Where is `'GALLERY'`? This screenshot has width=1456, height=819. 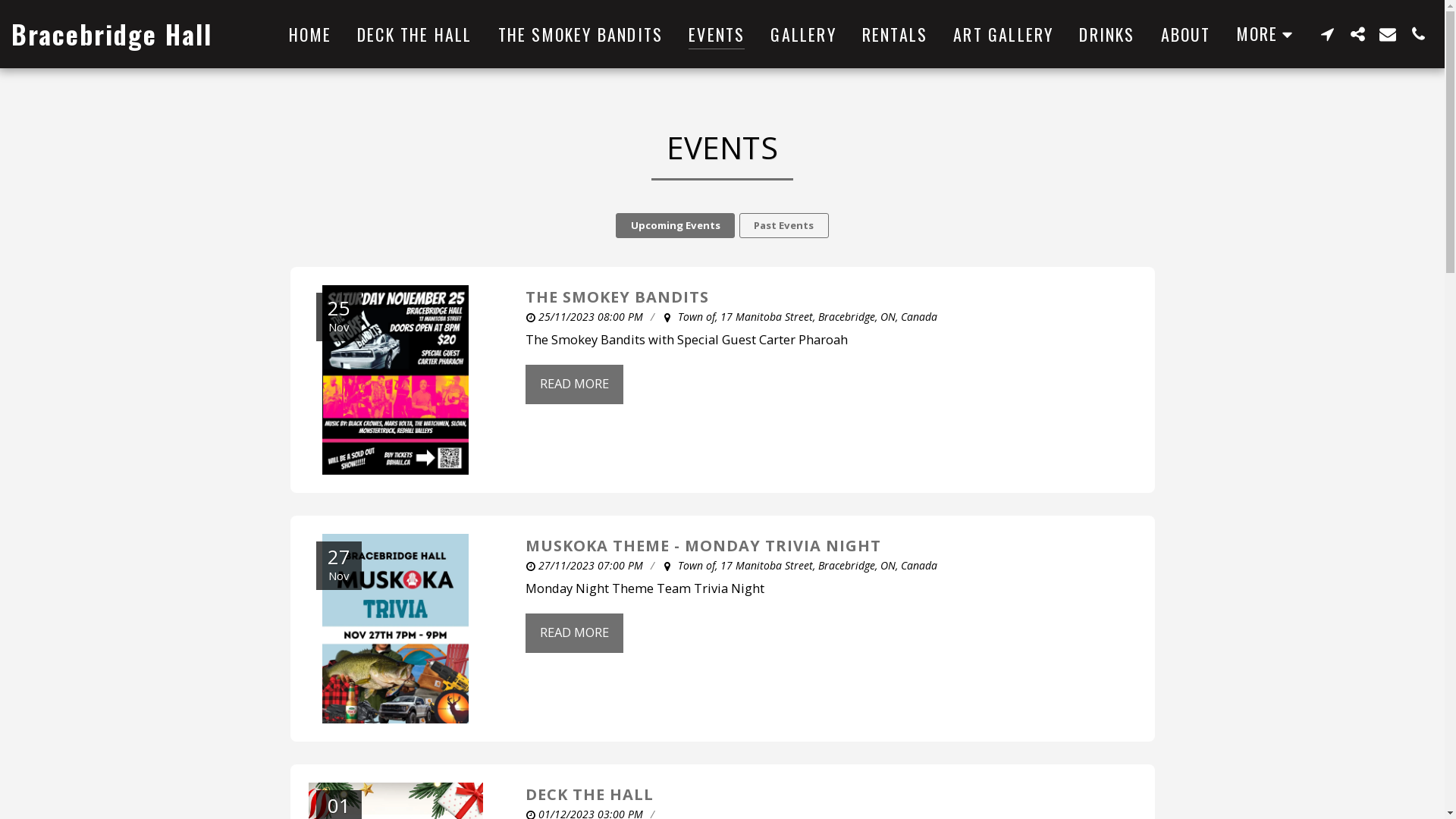
'GALLERY' is located at coordinates (758, 34).